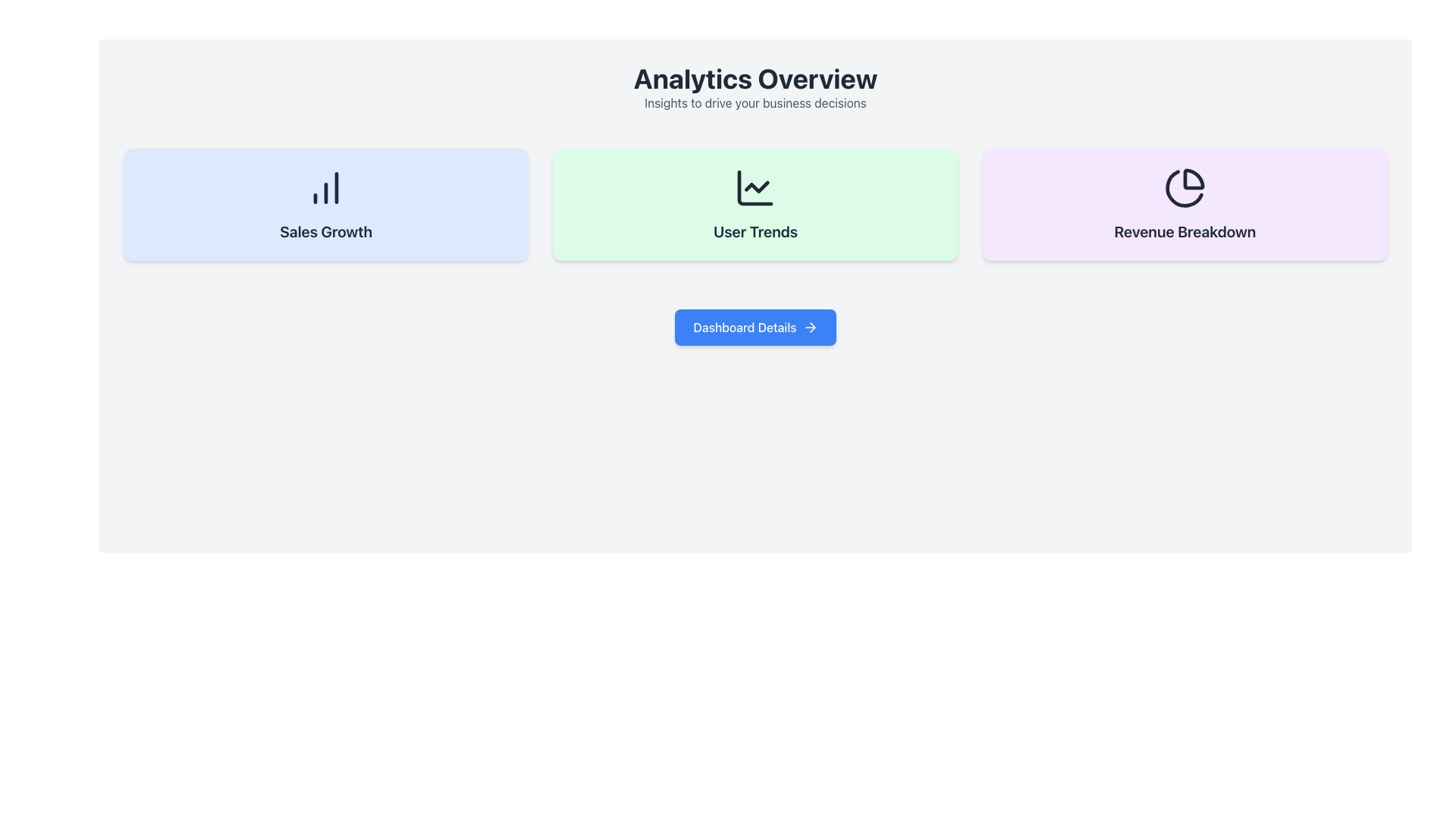  What do you see at coordinates (809, 327) in the screenshot?
I see `the navigation prompt icon located to the right of the 'Dashboard Details' button, which suggests forward movement or progression` at bounding box center [809, 327].